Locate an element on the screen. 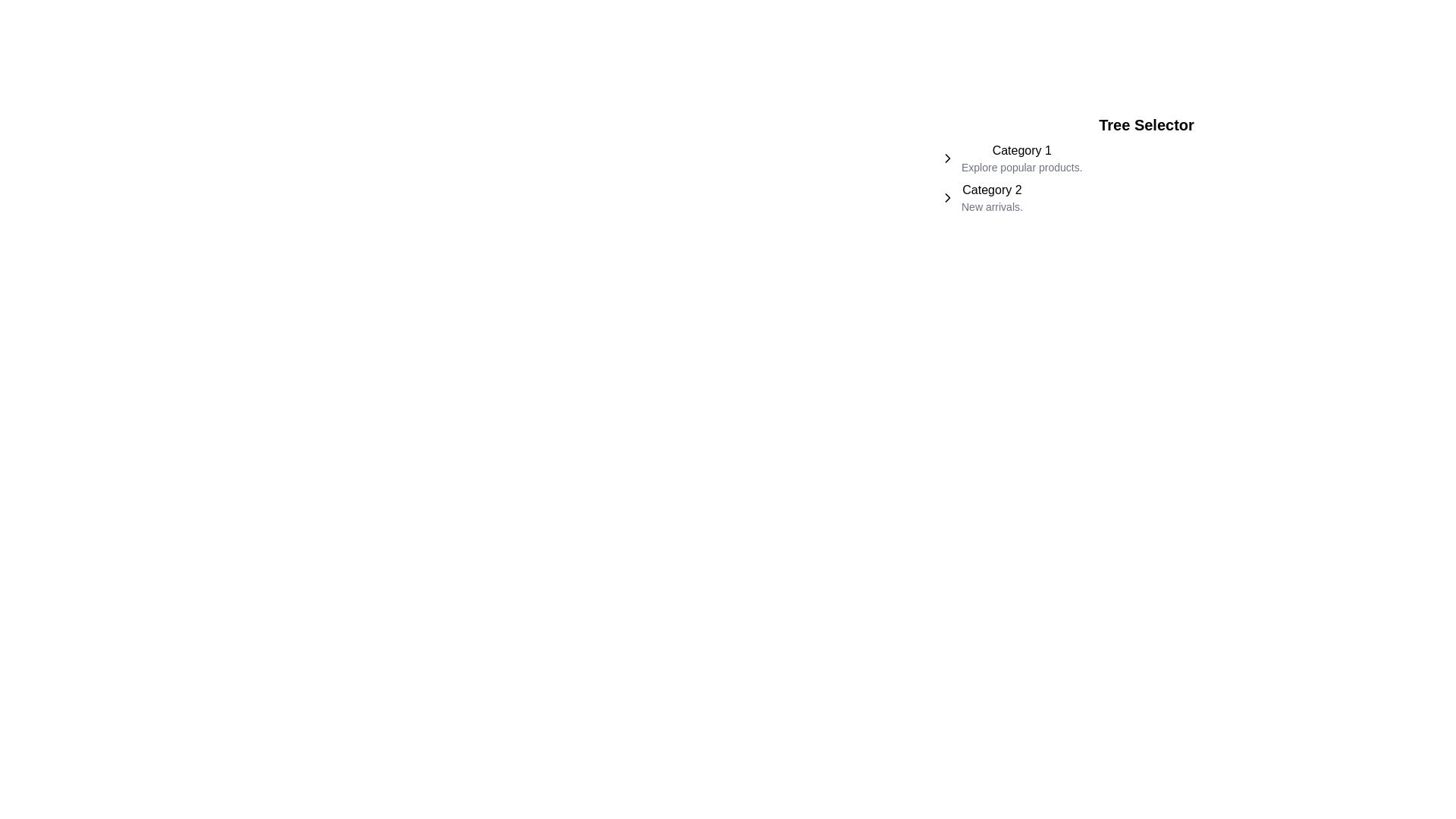 The width and height of the screenshot is (1456, 819). the chevron right icon located to the left of the 'Category 2' text is located at coordinates (946, 197).